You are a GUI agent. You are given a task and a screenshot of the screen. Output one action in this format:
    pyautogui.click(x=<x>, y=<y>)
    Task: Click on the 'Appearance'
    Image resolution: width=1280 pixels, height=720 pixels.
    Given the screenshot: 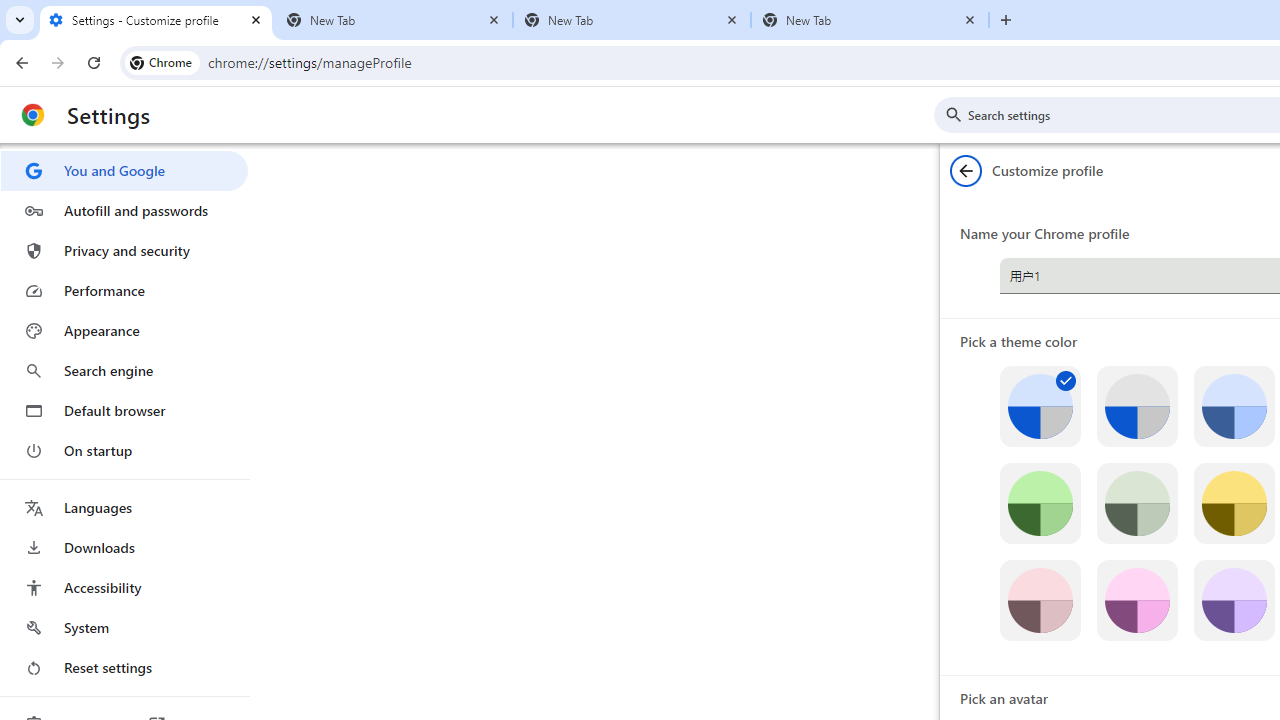 What is the action you would take?
    pyautogui.click(x=123, y=330)
    